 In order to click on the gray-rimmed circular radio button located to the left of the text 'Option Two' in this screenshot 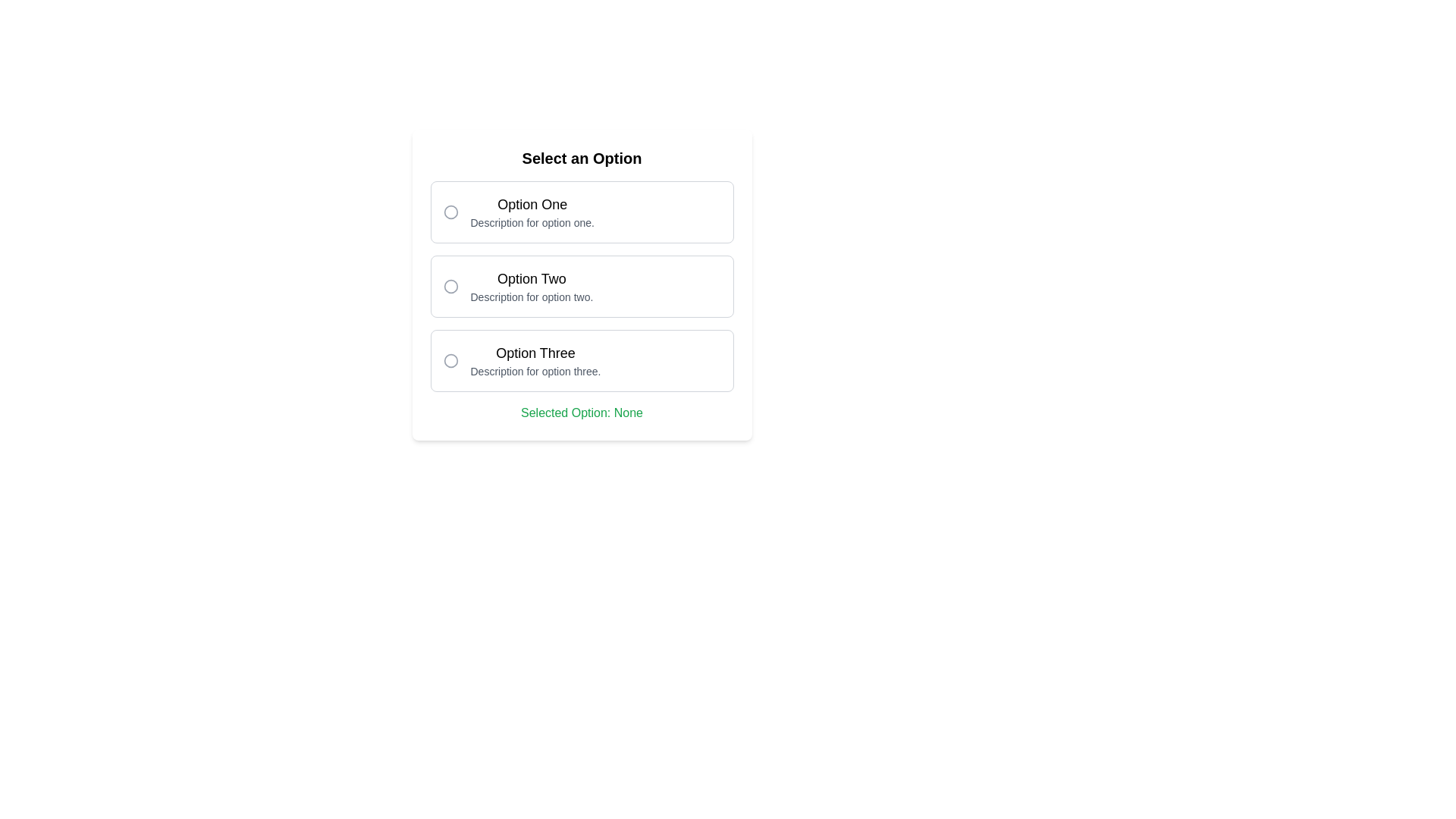, I will do `click(450, 287)`.